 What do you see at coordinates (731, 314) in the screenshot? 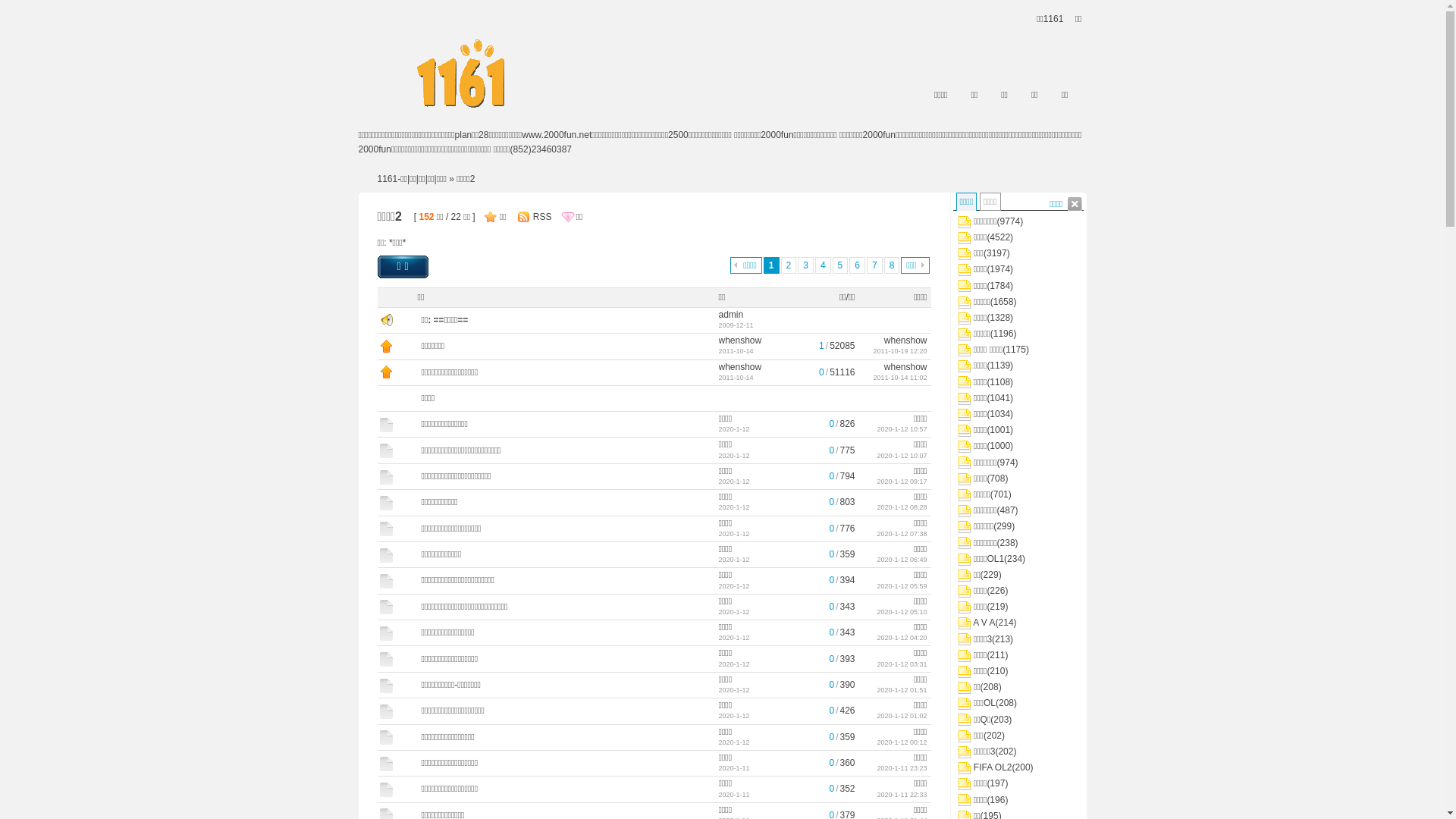
I see `'admin'` at bounding box center [731, 314].